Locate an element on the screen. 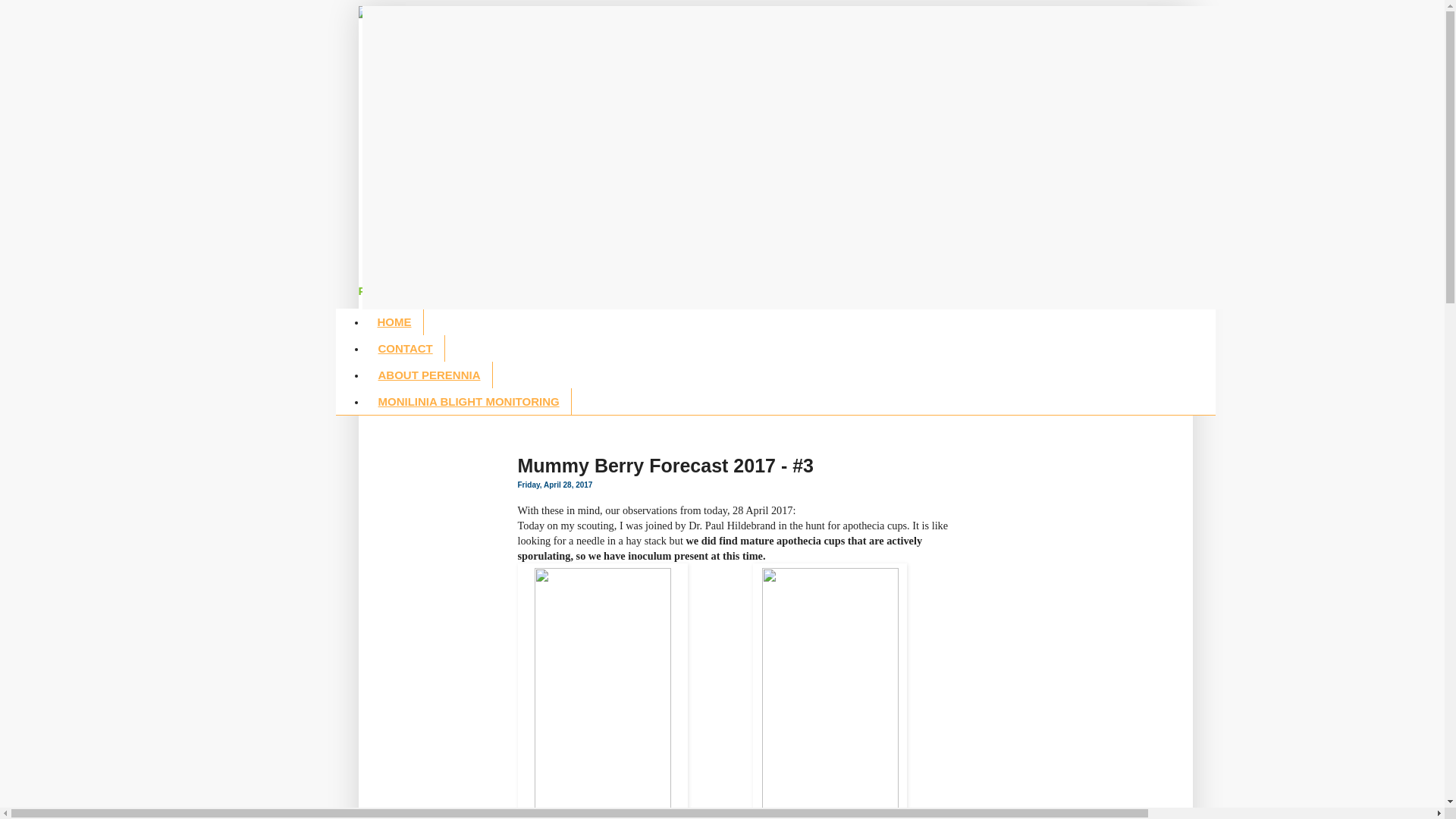 The height and width of the screenshot is (819, 1456). 'MONILINIA BLIGHT MONITORING' is located at coordinates (467, 400).